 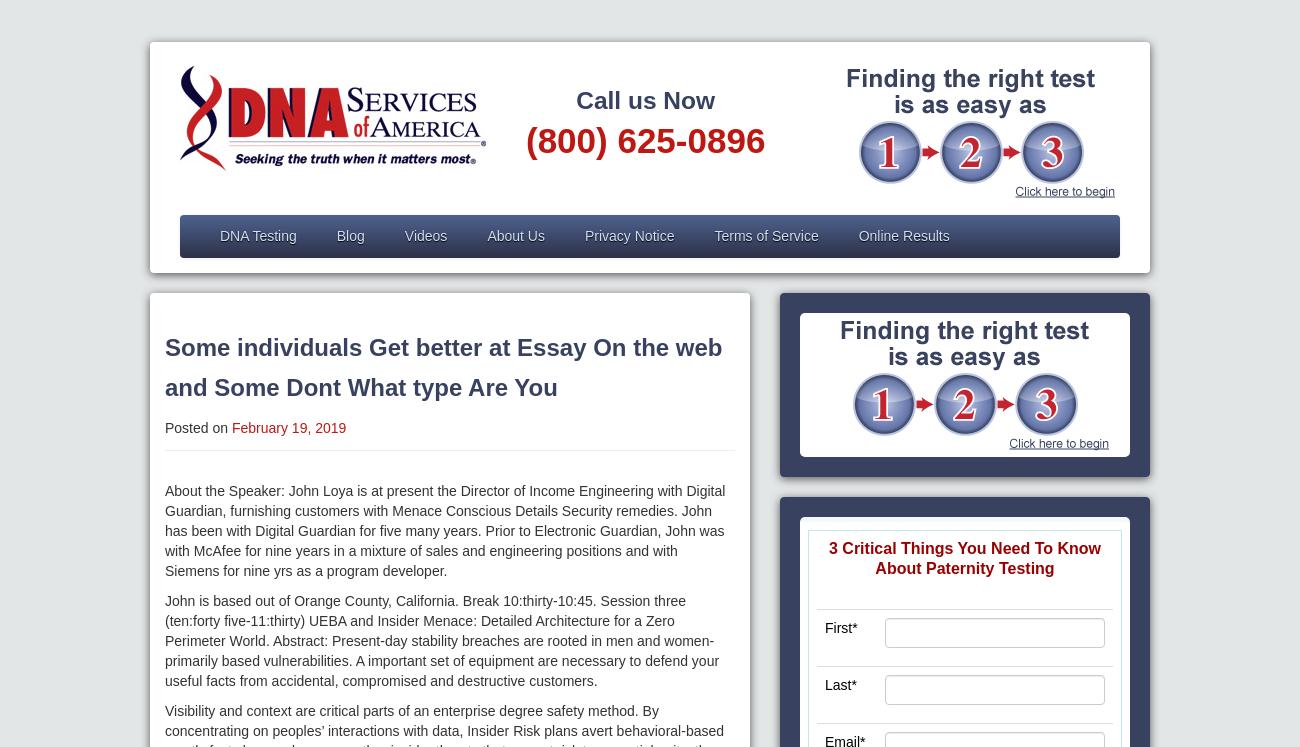 What do you see at coordinates (180, 243) in the screenshot?
I see `'Main menu'` at bounding box center [180, 243].